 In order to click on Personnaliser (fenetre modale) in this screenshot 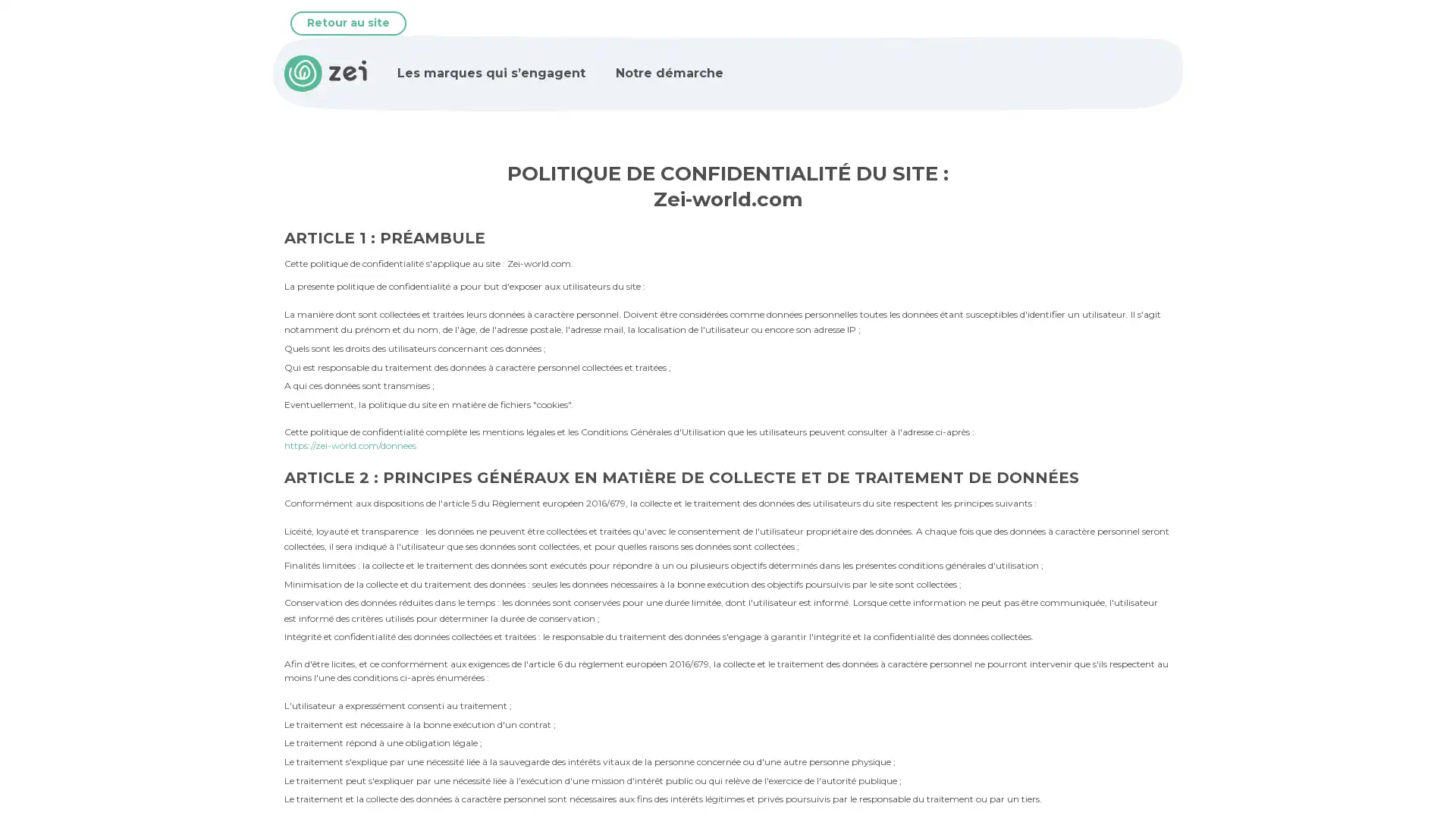, I will do `click(136, 758)`.